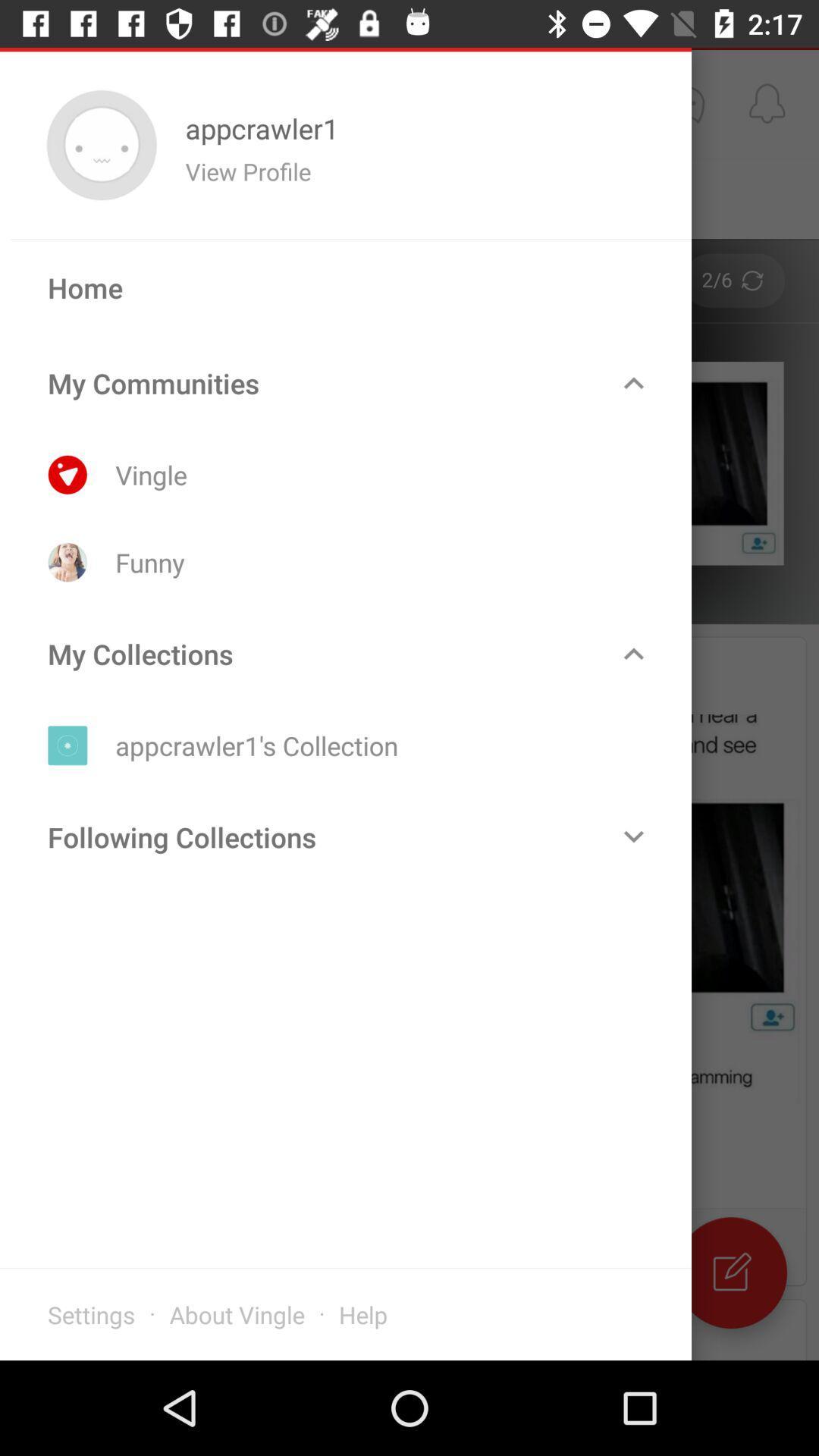  Describe the element at coordinates (730, 1272) in the screenshot. I see `the edit icon` at that location.